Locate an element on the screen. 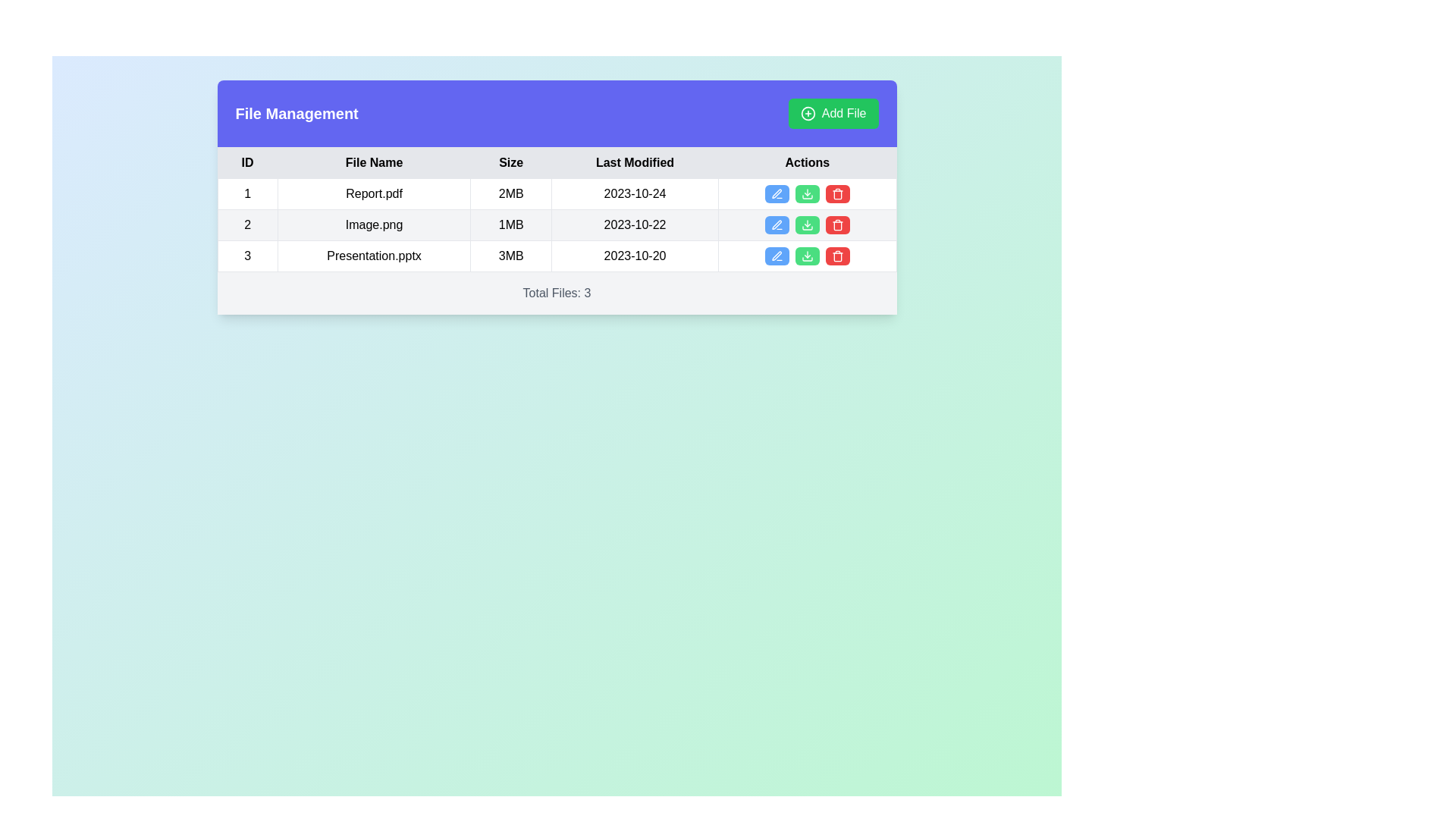 Image resolution: width=1456 pixels, height=819 pixels. the download button in the actions column of the second file entry to change its background color is located at coordinates (806, 225).